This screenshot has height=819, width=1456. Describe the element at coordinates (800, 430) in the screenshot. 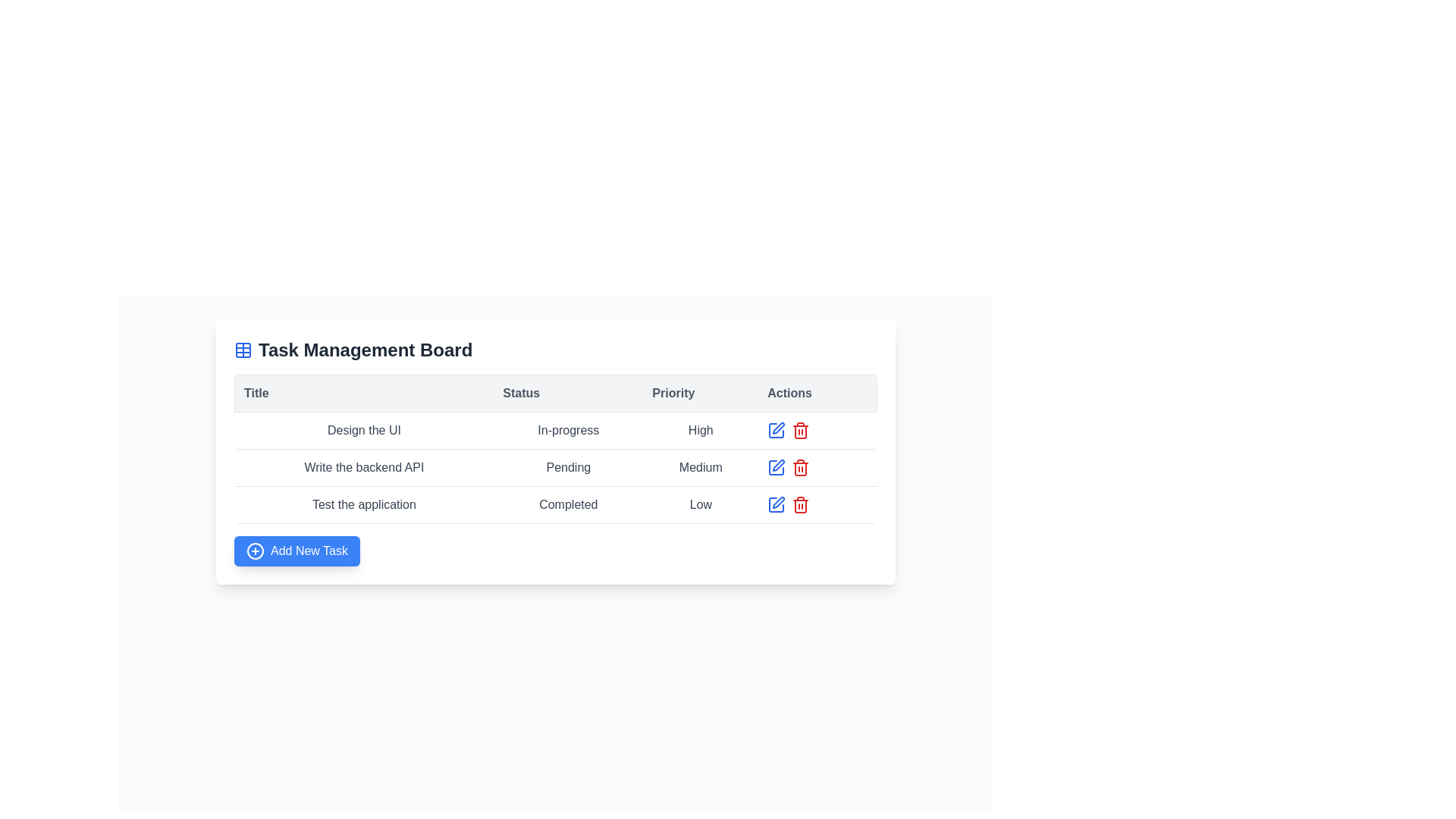

I see `the delete icon button in the 'Actions' column of the 'In-progress' task row` at that location.